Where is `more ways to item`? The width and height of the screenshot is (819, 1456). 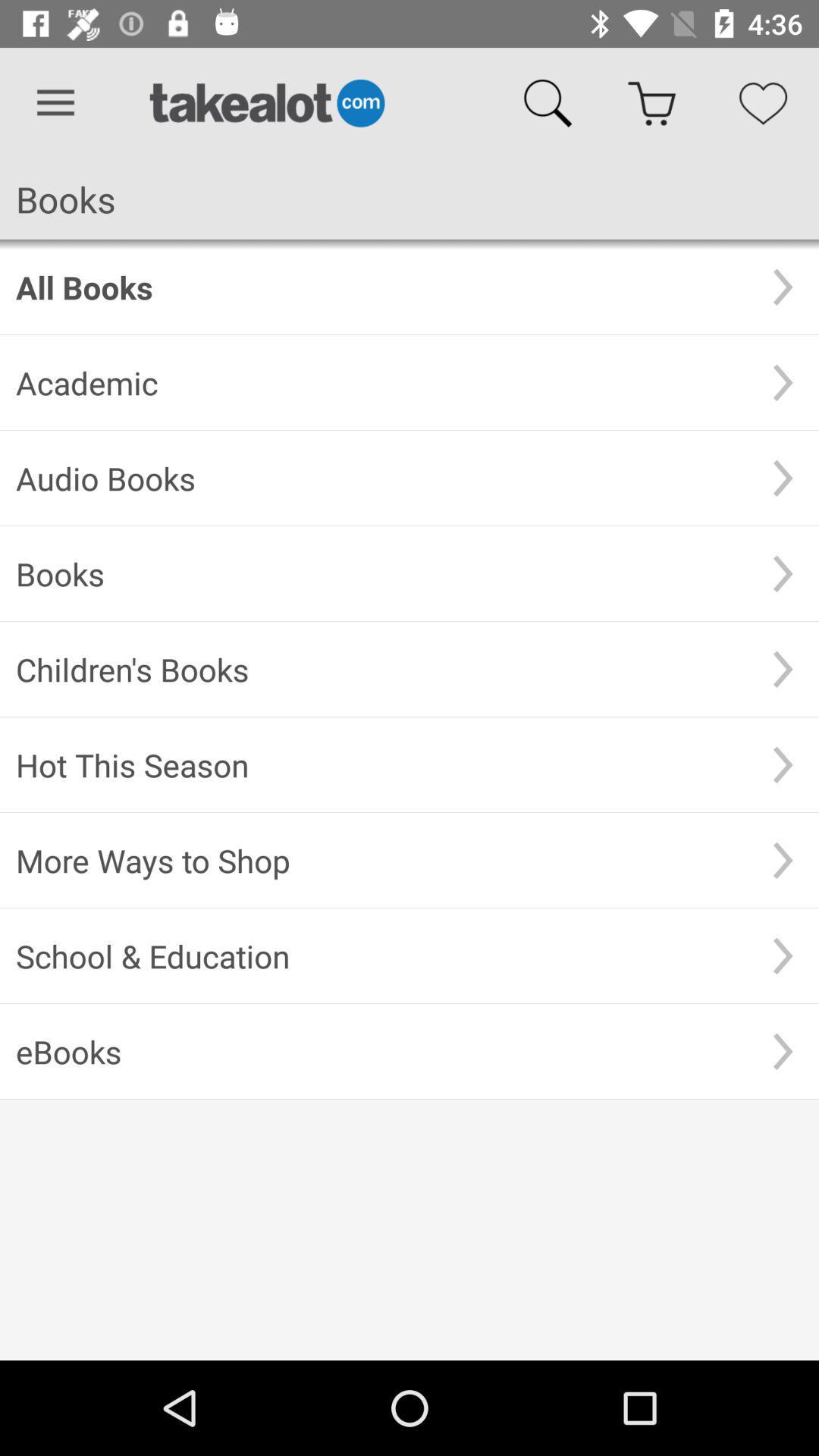 more ways to item is located at coordinates (381, 860).